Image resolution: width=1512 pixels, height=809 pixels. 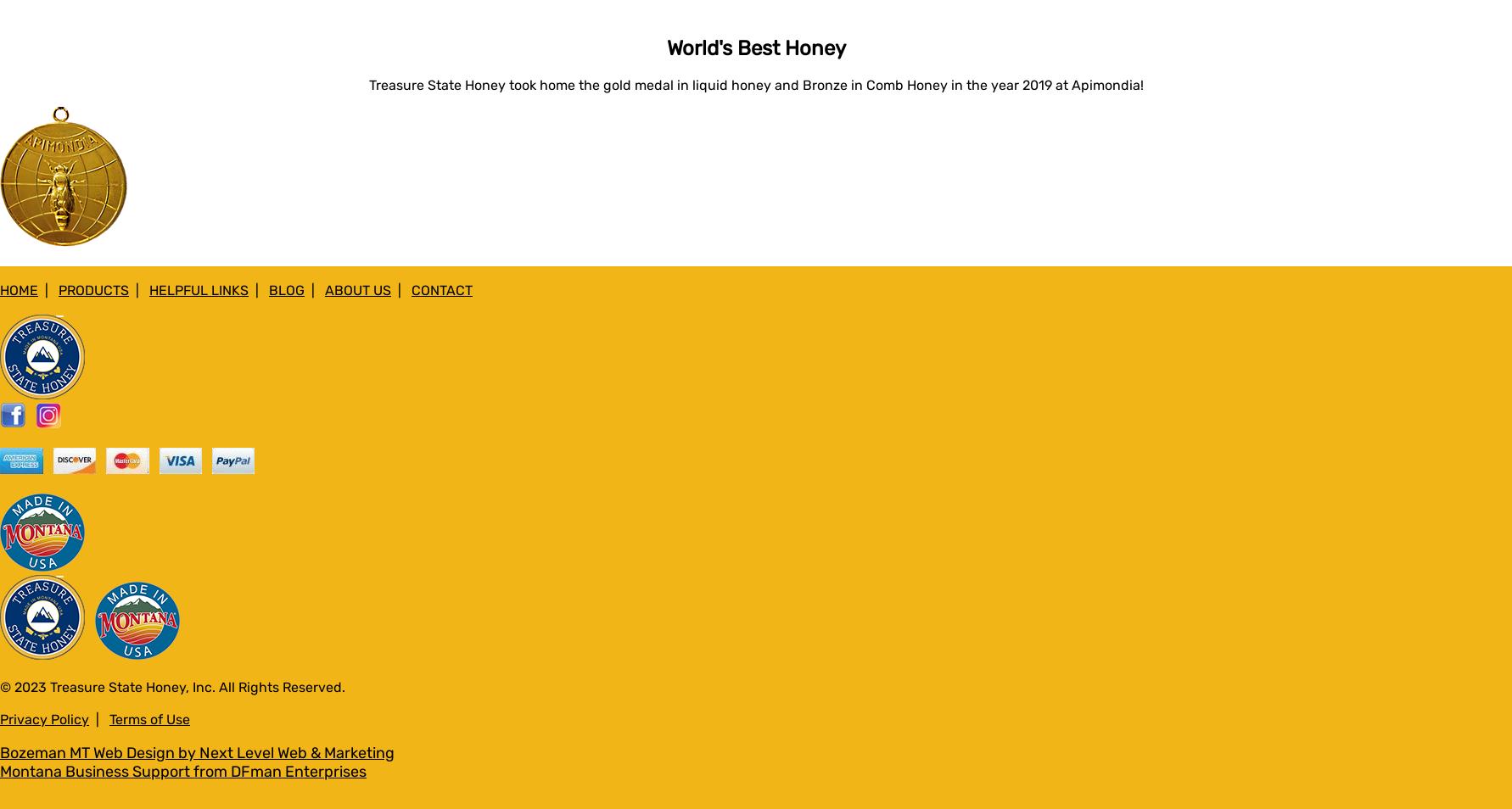 I want to click on 'HELPFUL LINKS', so click(x=199, y=289).